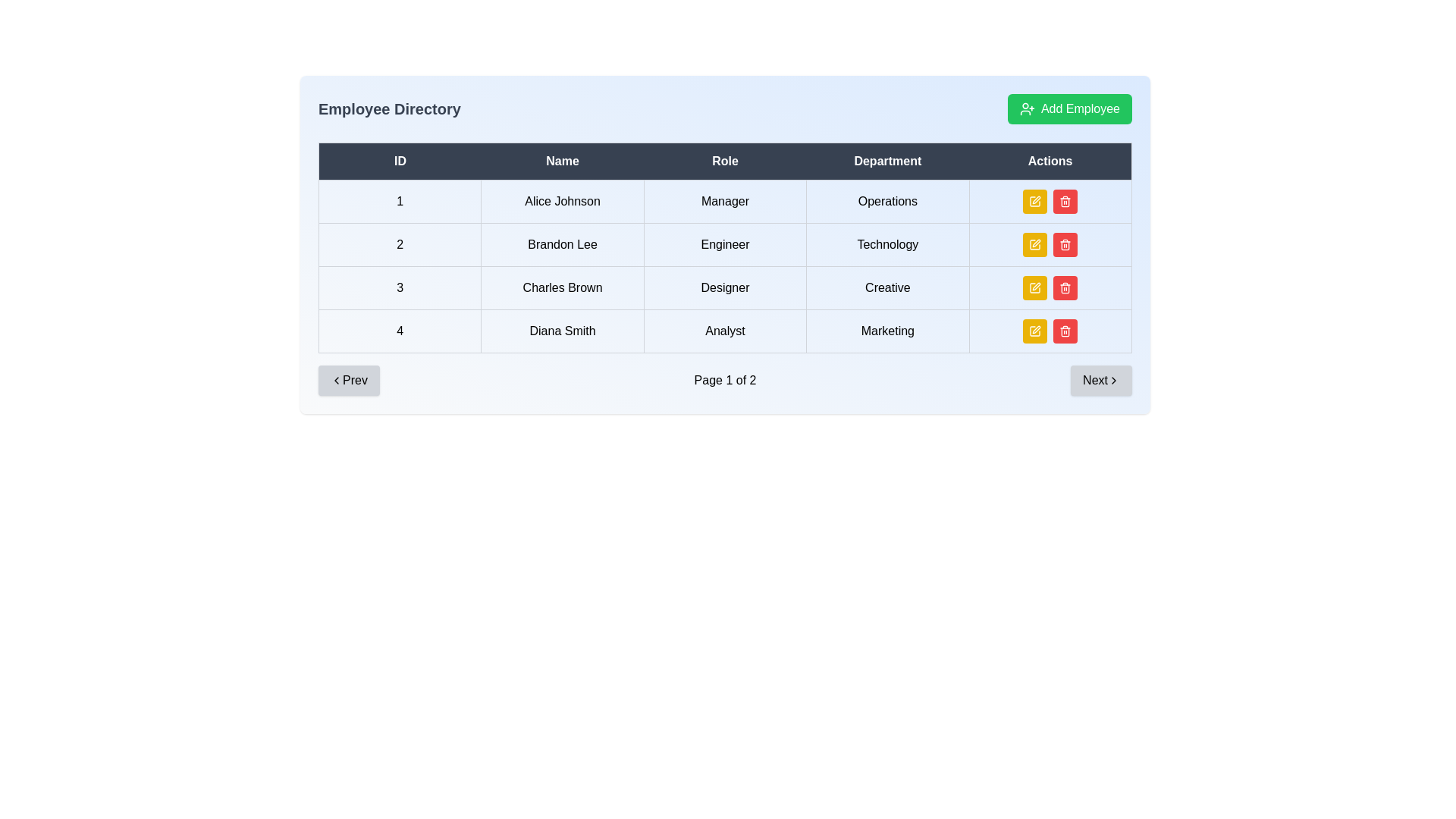 Image resolution: width=1456 pixels, height=819 pixels. I want to click on the header label for the 'Role' column, which is the third entry in the table header located between the 'Name' and 'Department' columns, so click(724, 161).